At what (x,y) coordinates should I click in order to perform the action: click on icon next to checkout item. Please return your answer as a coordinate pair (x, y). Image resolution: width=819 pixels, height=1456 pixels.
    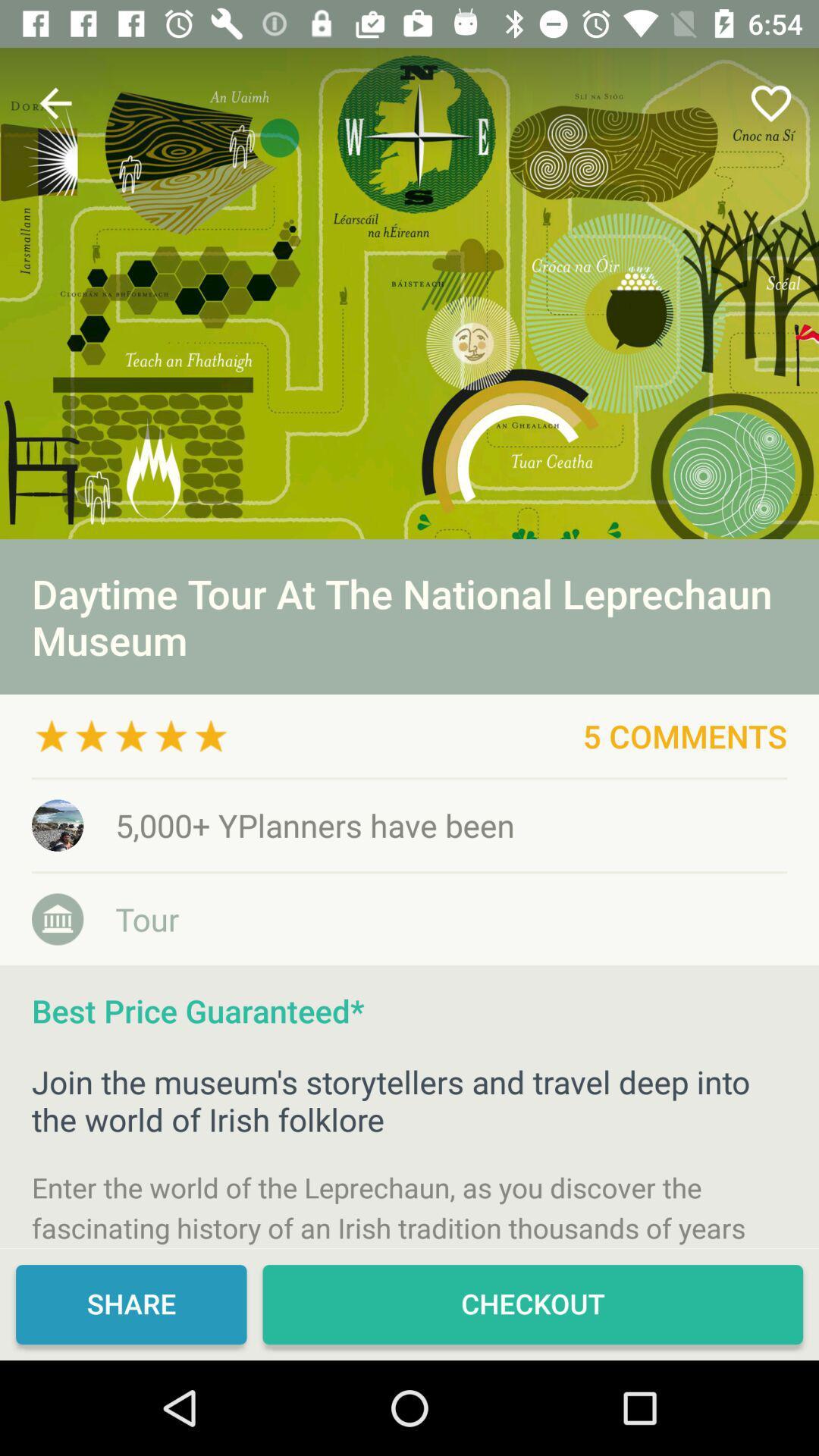
    Looking at the image, I should click on (130, 1304).